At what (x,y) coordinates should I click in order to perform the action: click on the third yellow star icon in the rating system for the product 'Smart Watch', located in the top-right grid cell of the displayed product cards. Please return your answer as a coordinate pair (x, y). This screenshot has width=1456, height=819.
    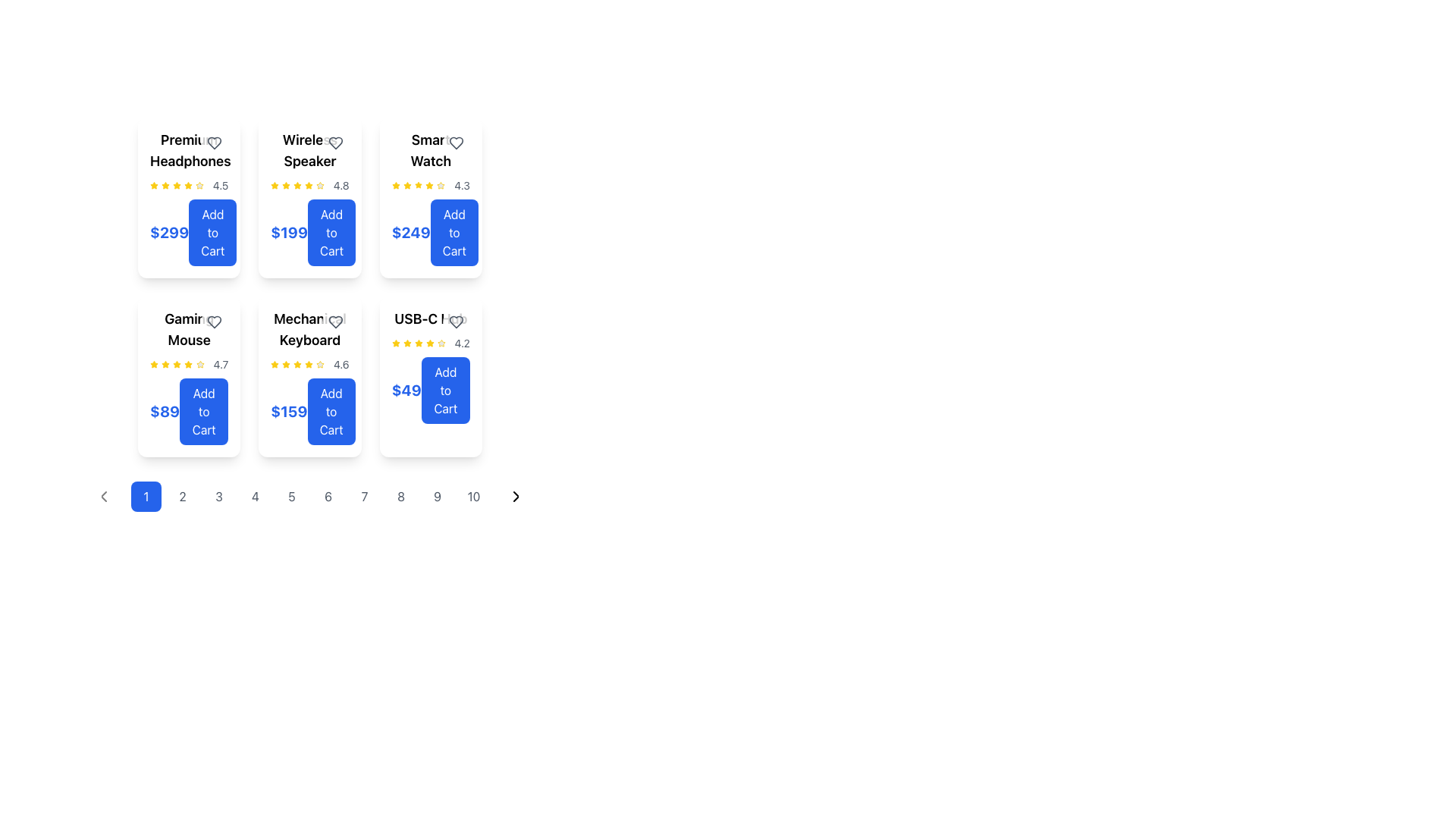
    Looking at the image, I should click on (396, 184).